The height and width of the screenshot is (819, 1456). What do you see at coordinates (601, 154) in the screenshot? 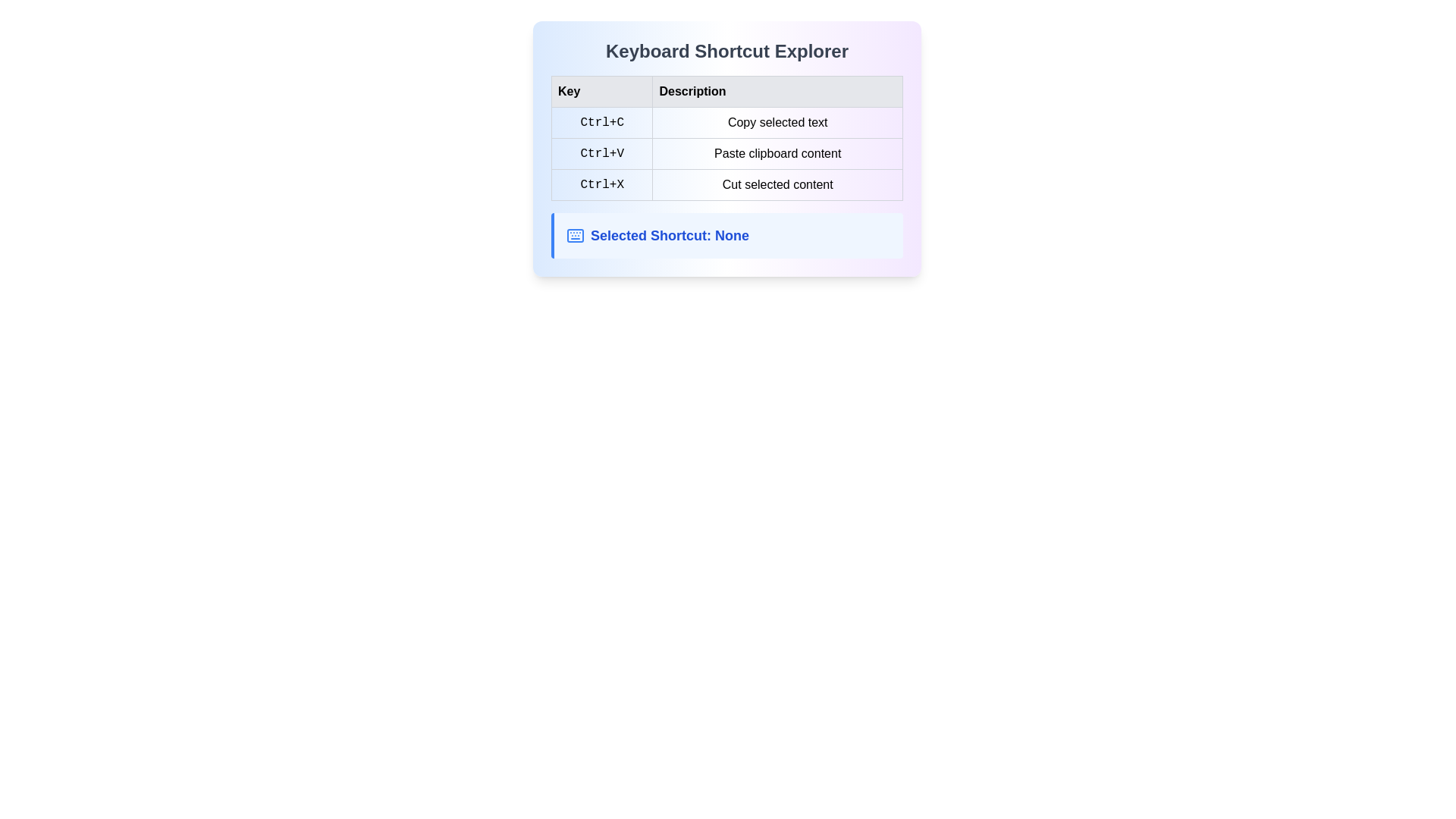
I see `the static text display in the second row of the table under the 'Key' column, which contains the text 'Ctrl+V'` at bounding box center [601, 154].